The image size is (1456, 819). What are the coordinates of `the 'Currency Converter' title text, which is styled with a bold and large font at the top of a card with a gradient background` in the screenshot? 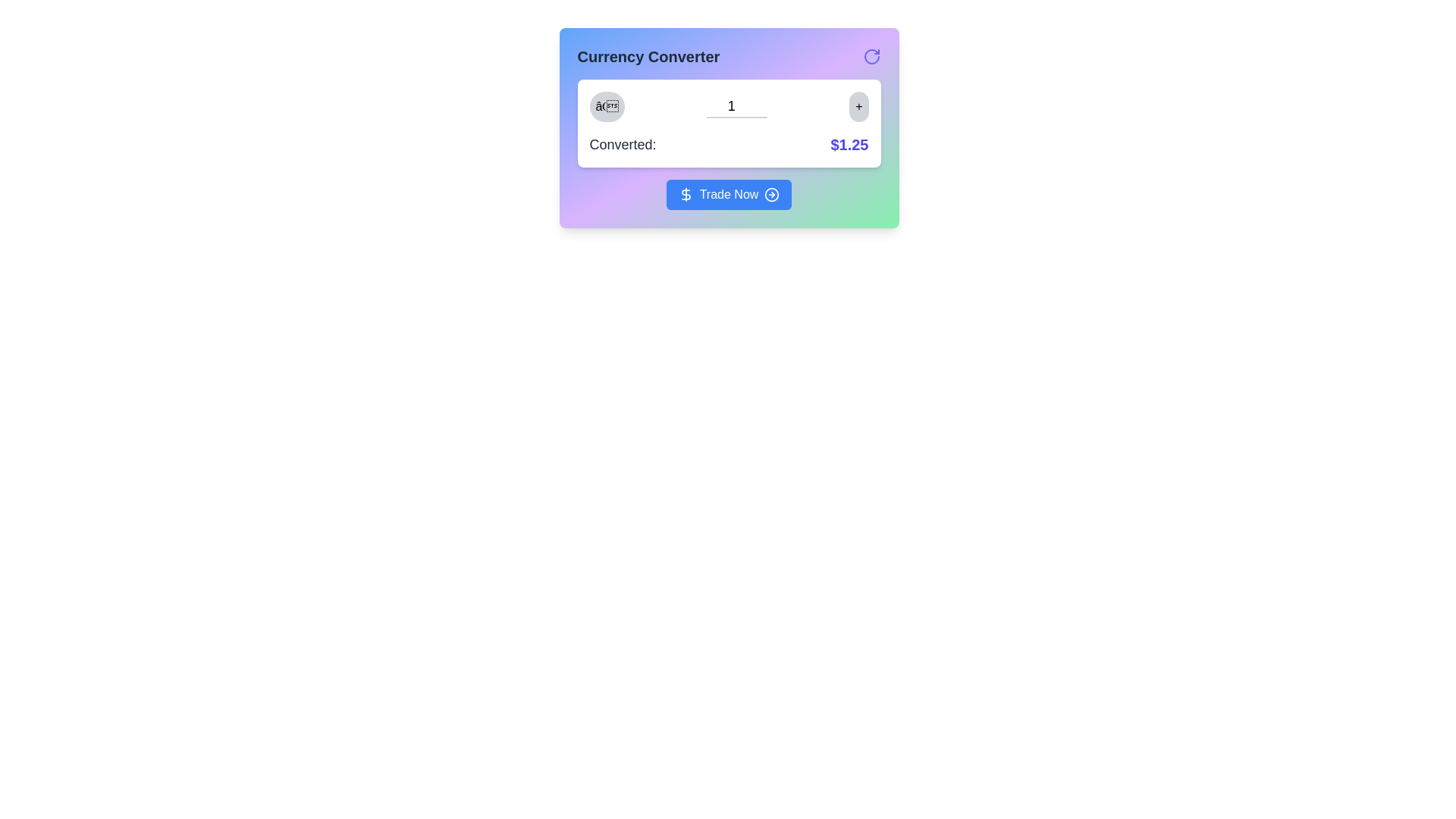 It's located at (648, 55).